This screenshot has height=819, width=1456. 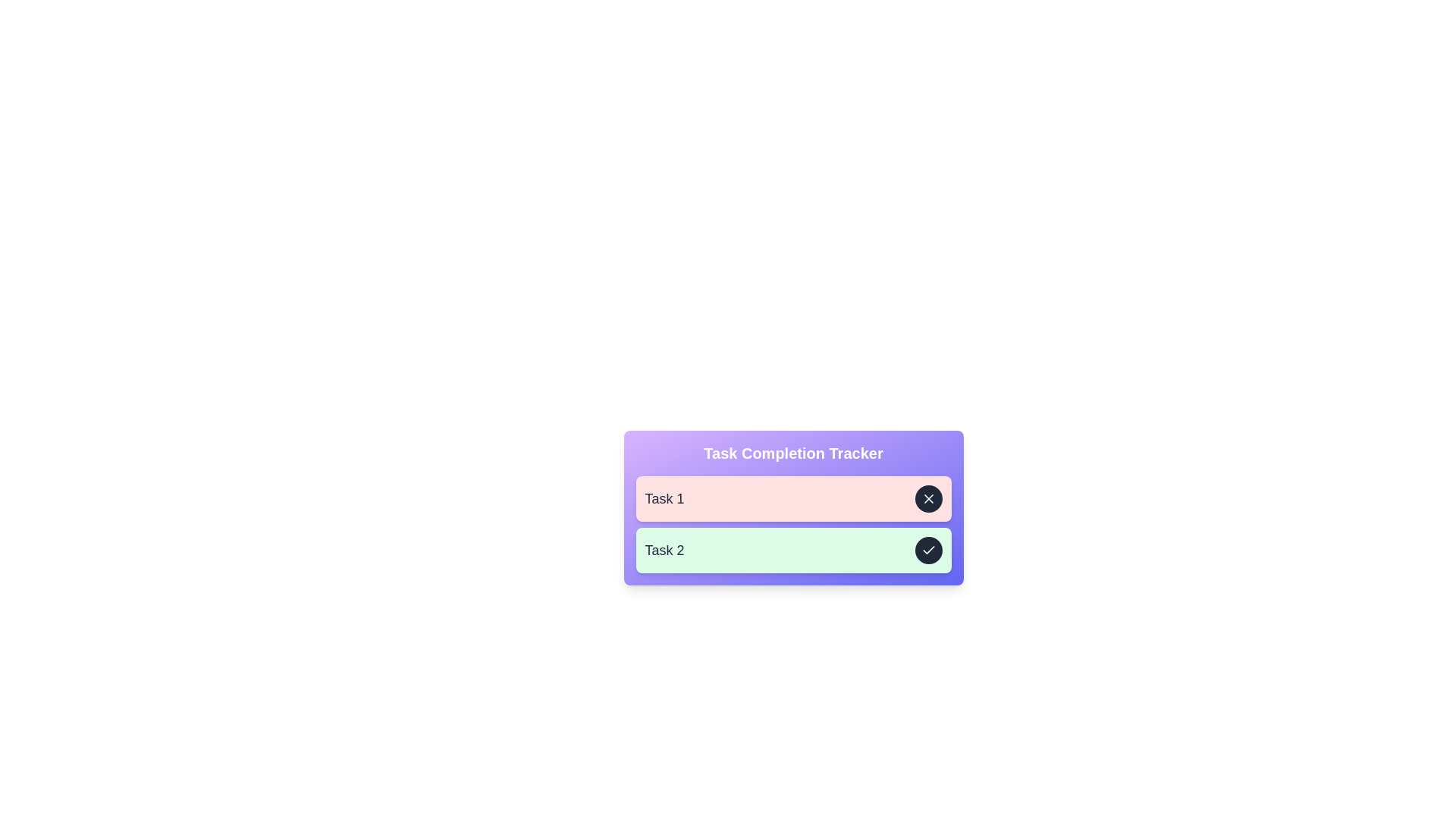 What do you see at coordinates (664, 499) in the screenshot?
I see `the leftmost text label in the task management system` at bounding box center [664, 499].